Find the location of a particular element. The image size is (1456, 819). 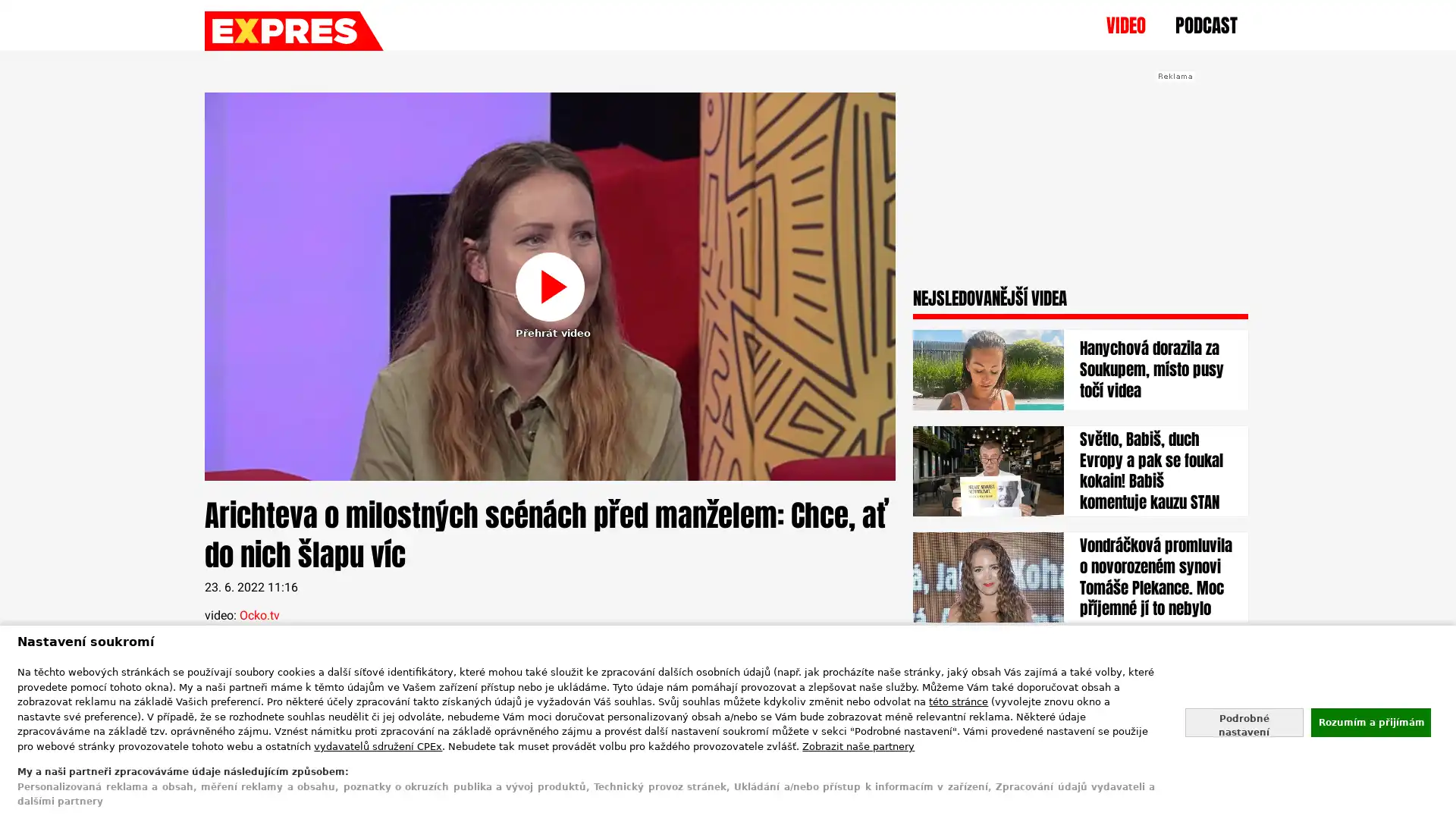

Nastavte sve souhlasy is located at coordinates (1244, 721).